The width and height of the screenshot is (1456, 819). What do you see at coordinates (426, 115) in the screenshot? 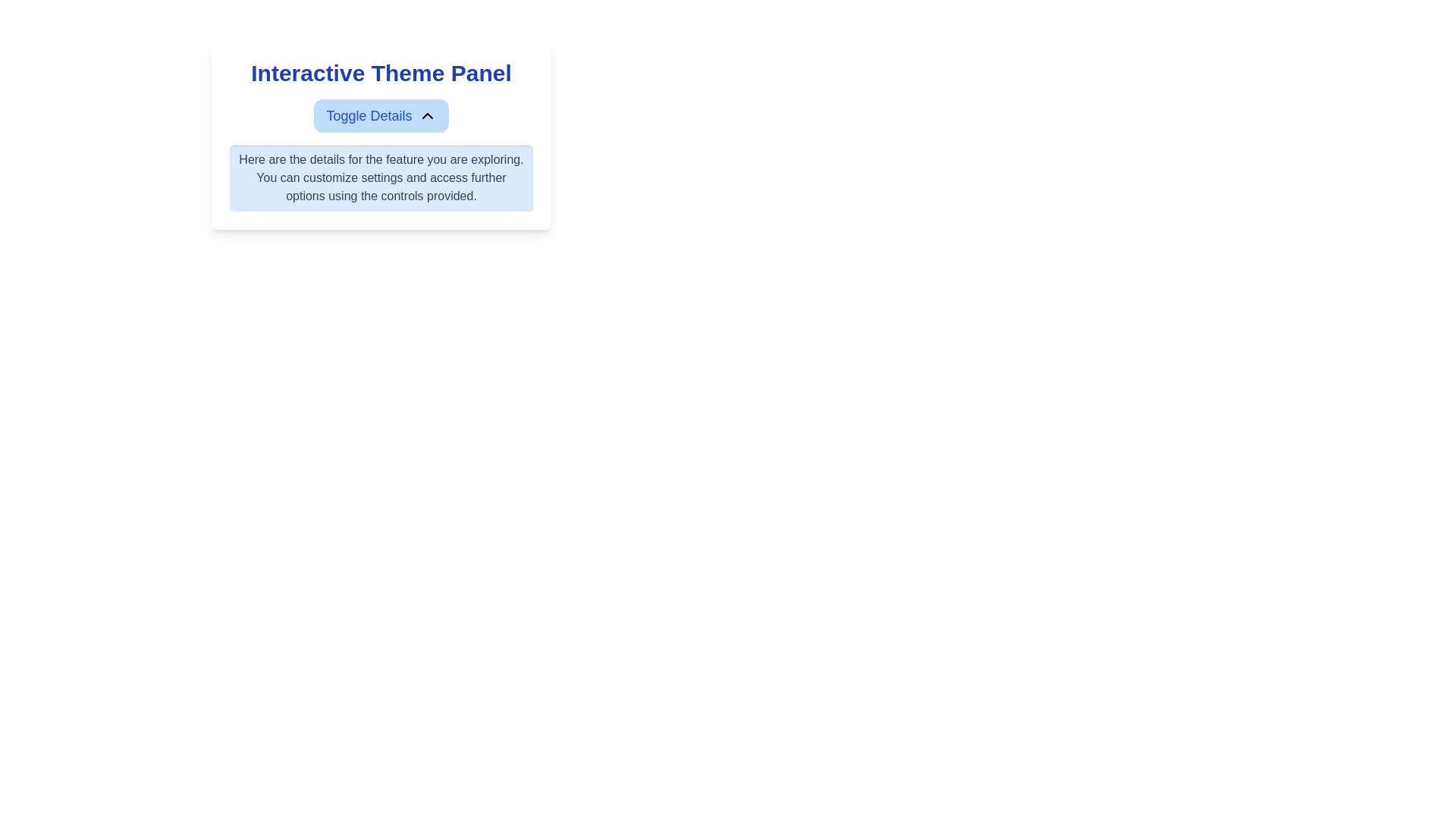
I see `the small upward-facing chevron icon with a minimalistic black outline on a light-blue background, located to the right of the 'Toggle Details' text` at bounding box center [426, 115].